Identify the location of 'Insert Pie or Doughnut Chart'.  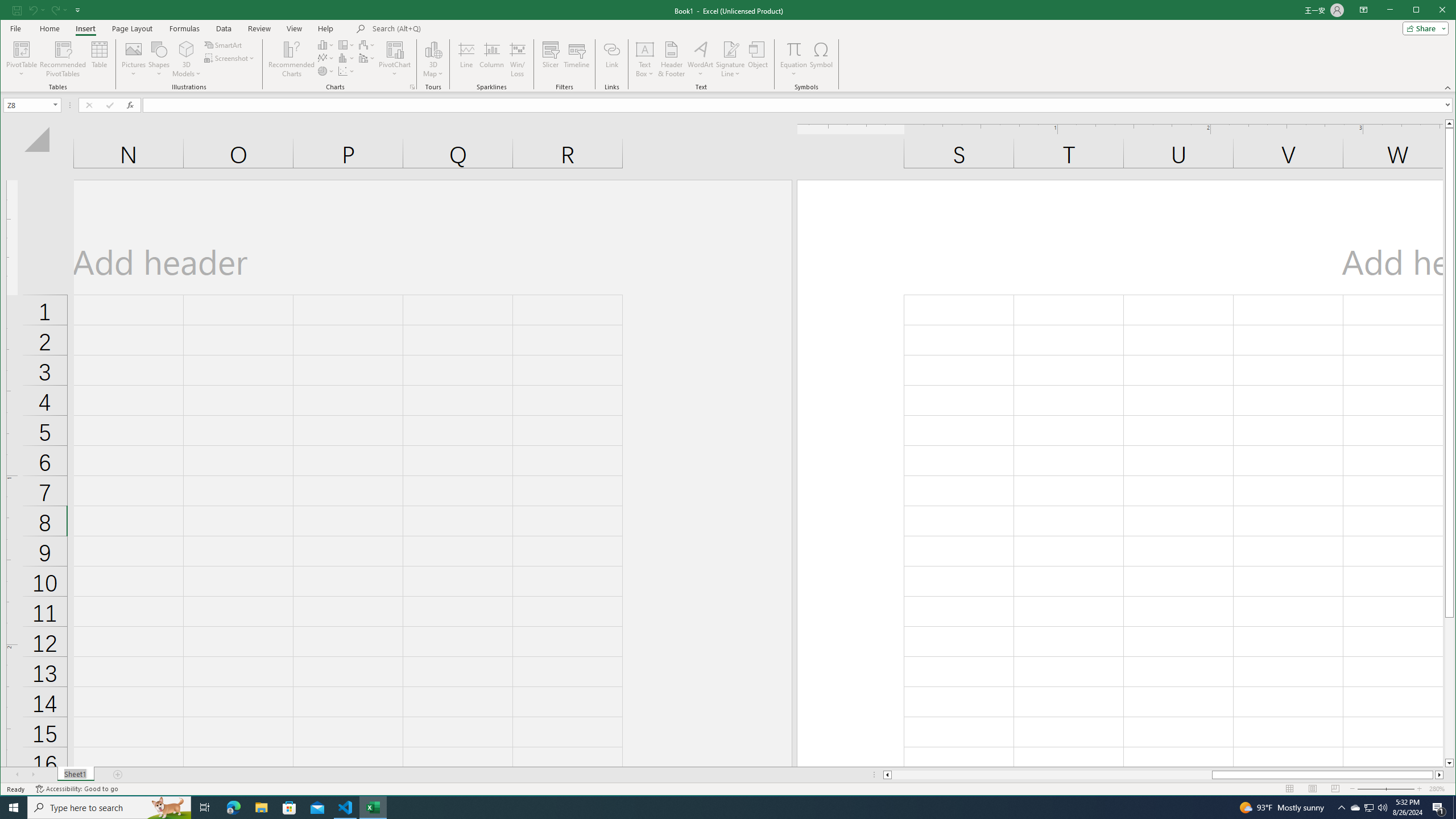
(325, 71).